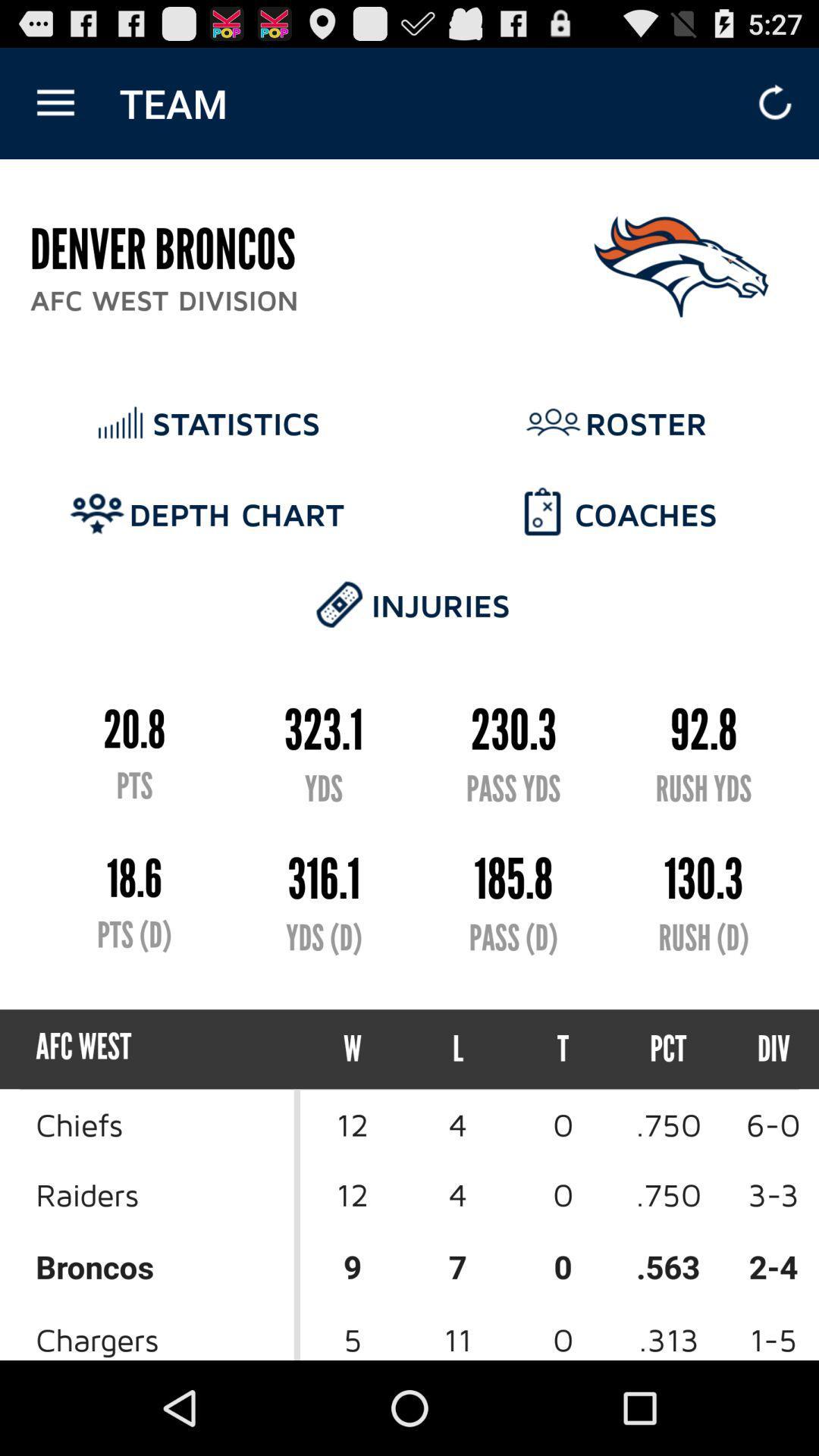 The width and height of the screenshot is (819, 1456). What do you see at coordinates (563, 1048) in the screenshot?
I see `item to the right of the l item` at bounding box center [563, 1048].